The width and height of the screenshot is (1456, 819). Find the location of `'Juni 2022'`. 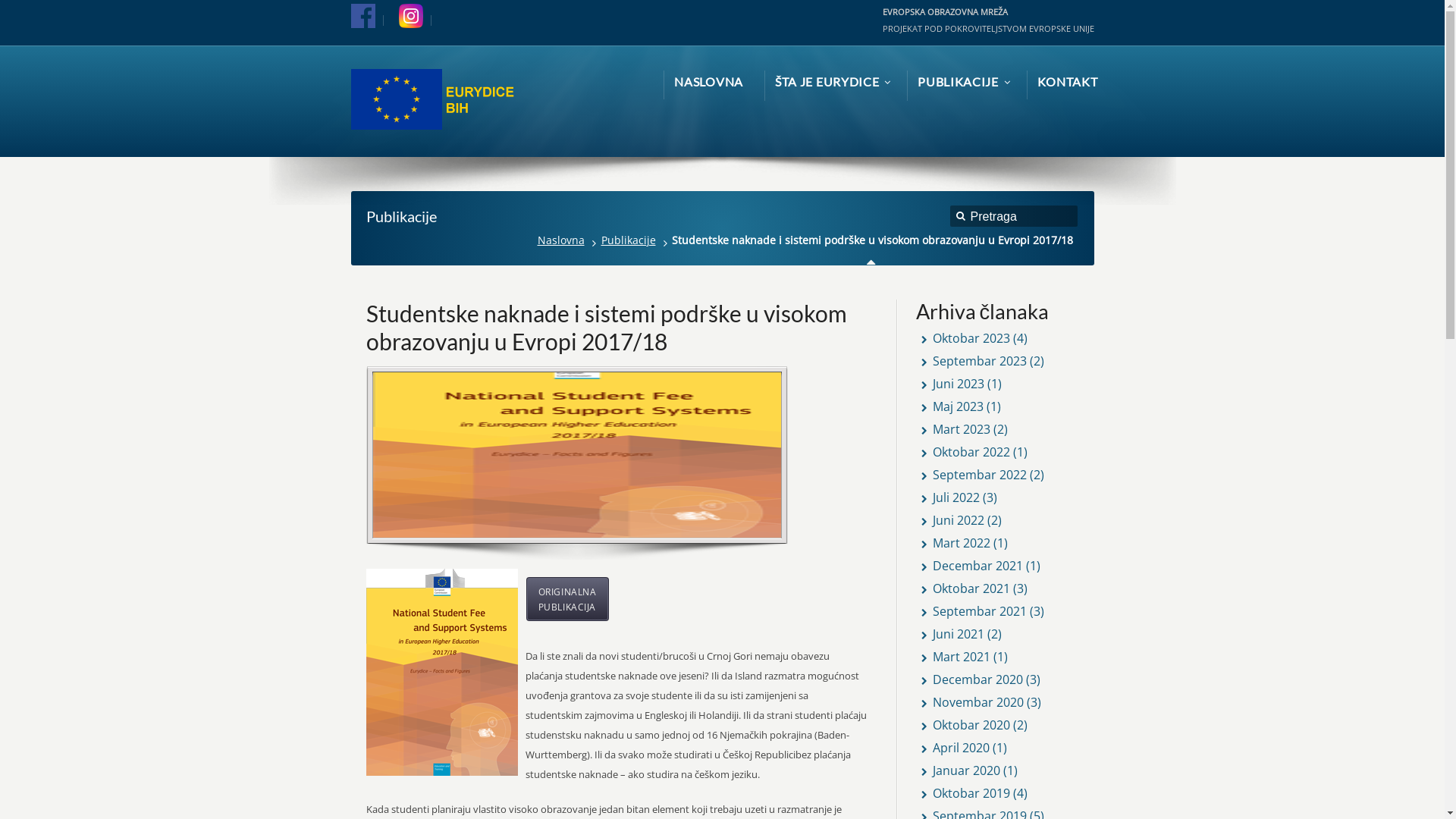

'Juni 2022' is located at coordinates (957, 519).